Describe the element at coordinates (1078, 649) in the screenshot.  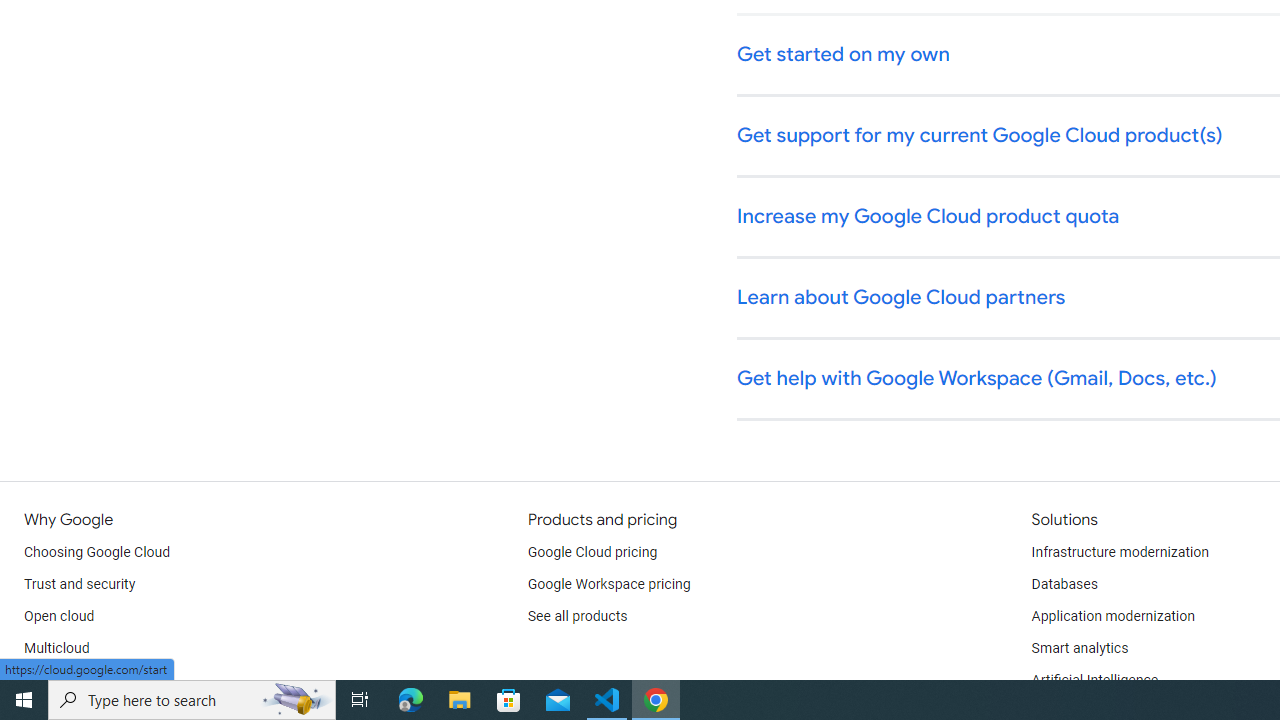
I see `'Smart analytics'` at that location.